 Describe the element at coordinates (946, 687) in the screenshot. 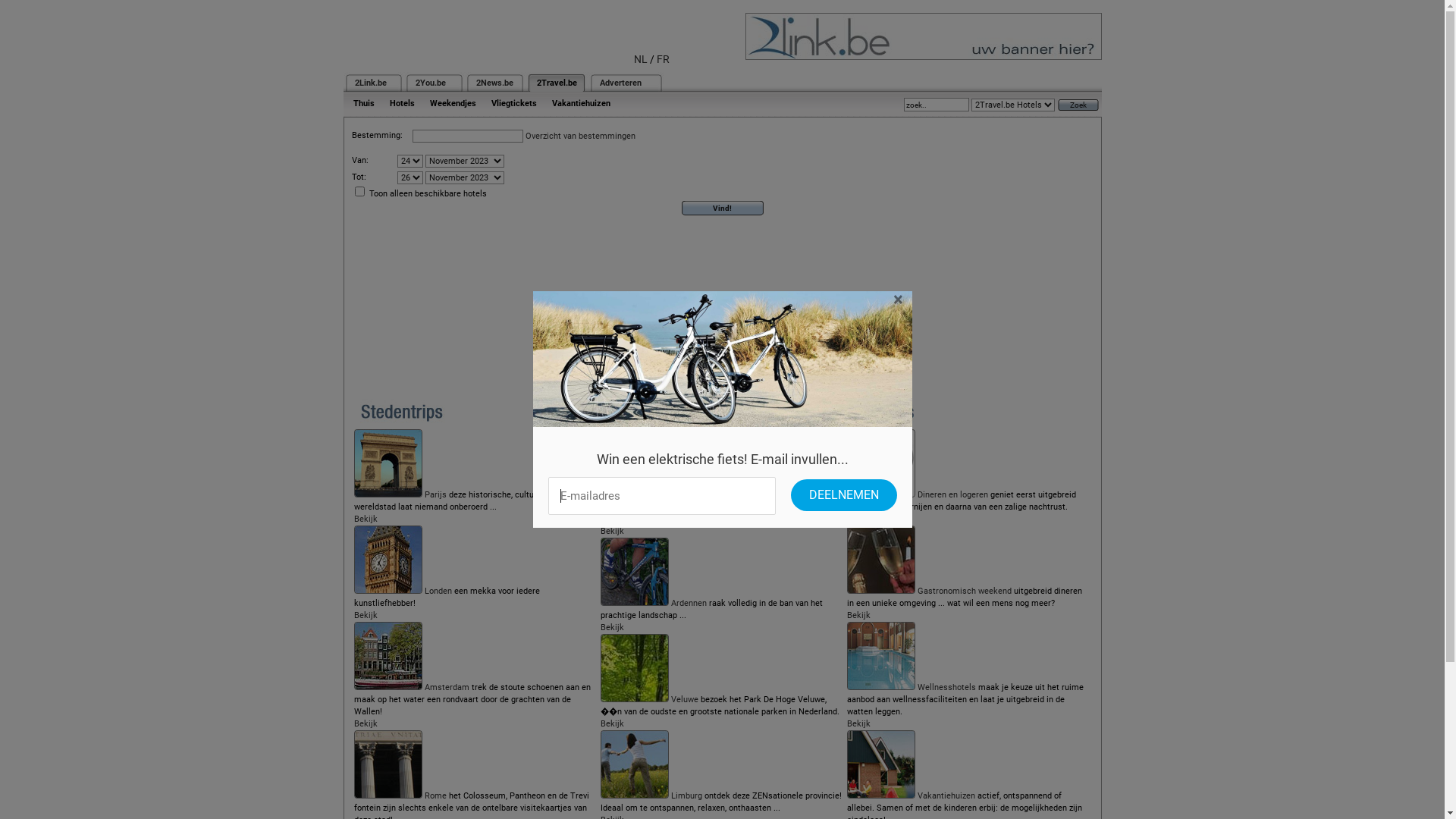

I see `'Wellnesshotels'` at that location.